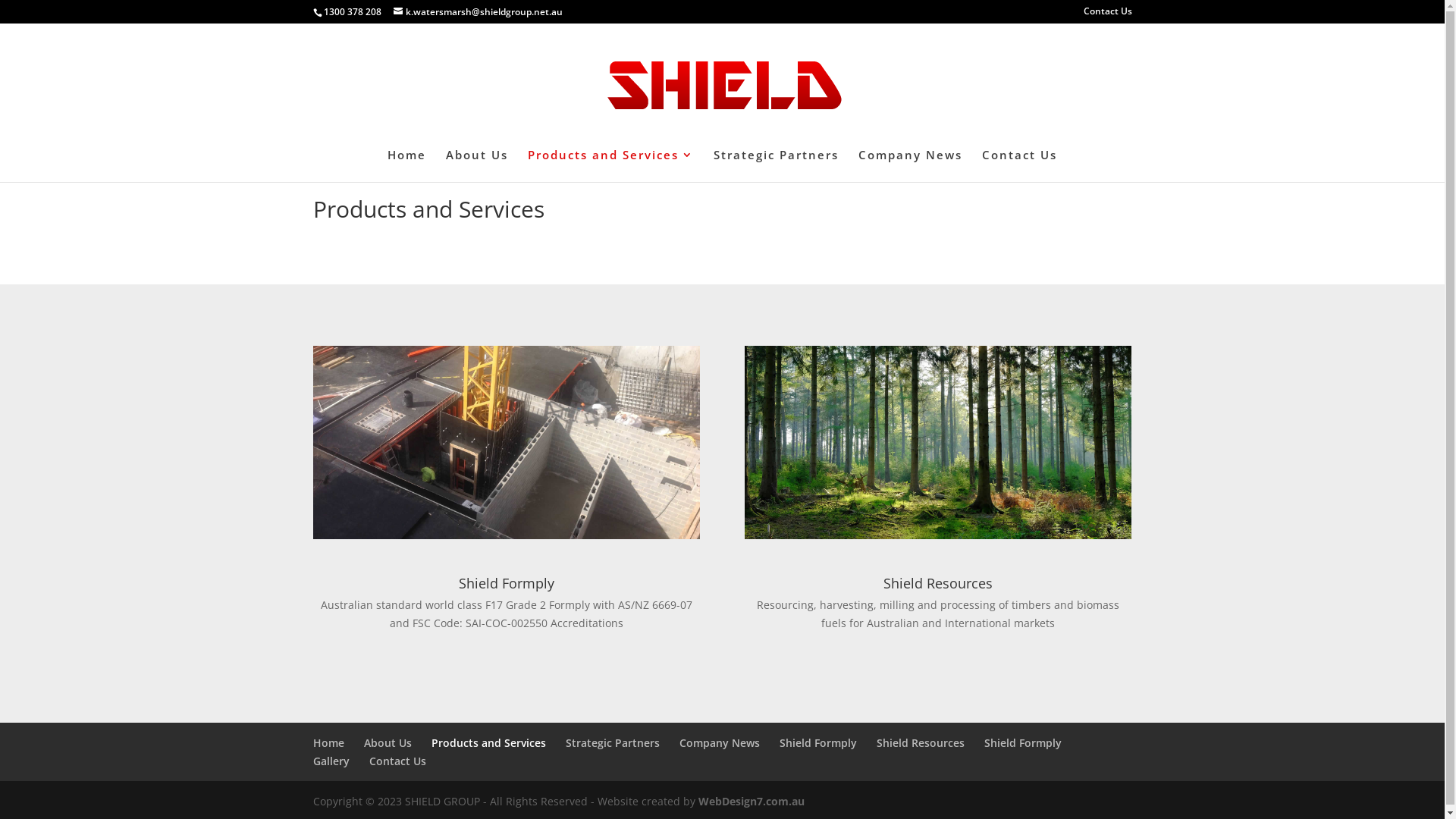 The width and height of the screenshot is (1456, 819). What do you see at coordinates (697, 800) in the screenshot?
I see `'WebDesign7.com.au'` at bounding box center [697, 800].